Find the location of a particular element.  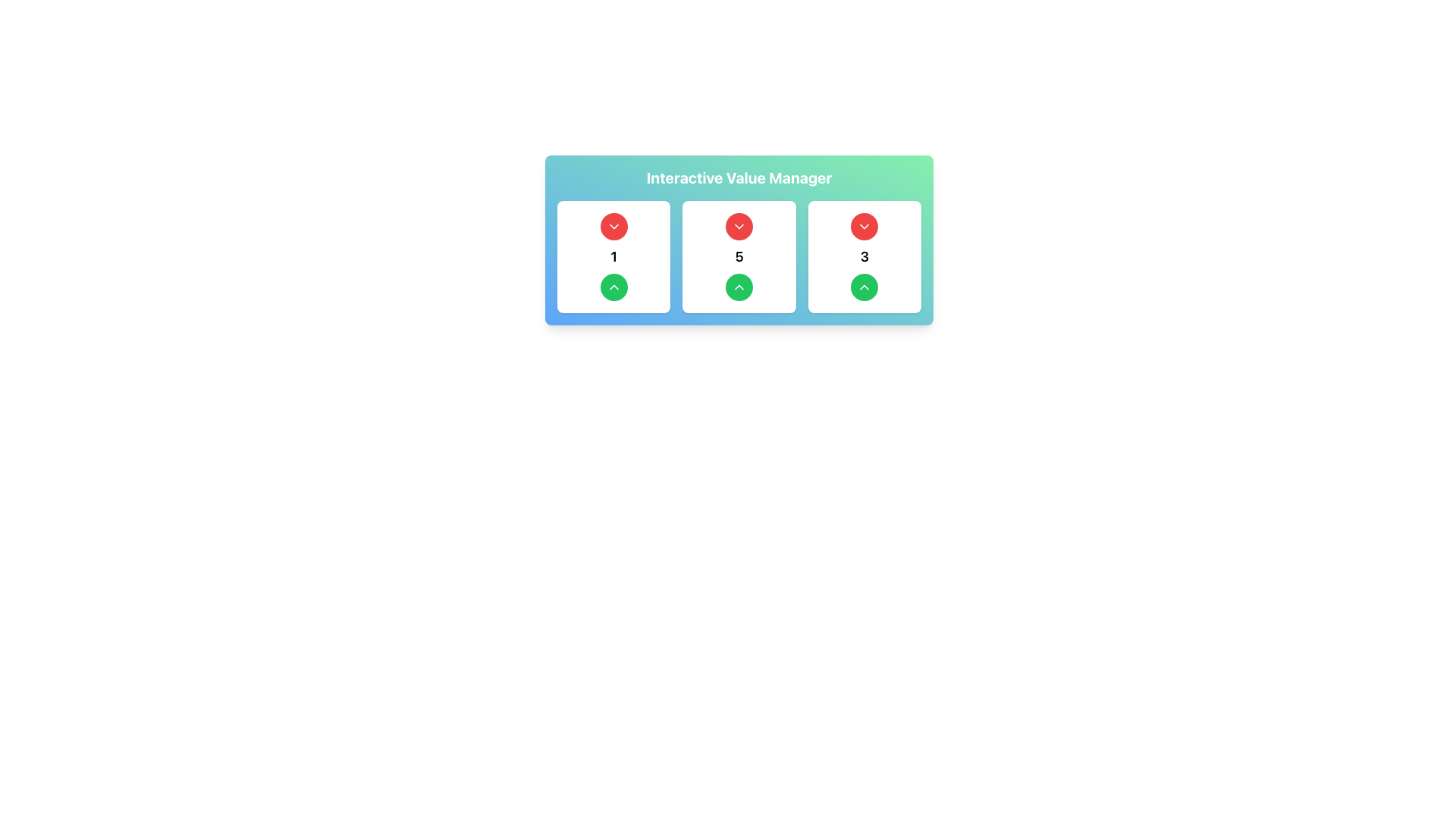

the green button located below the number '5' in the interactive value manager card to increase the displayed value is located at coordinates (739, 256).